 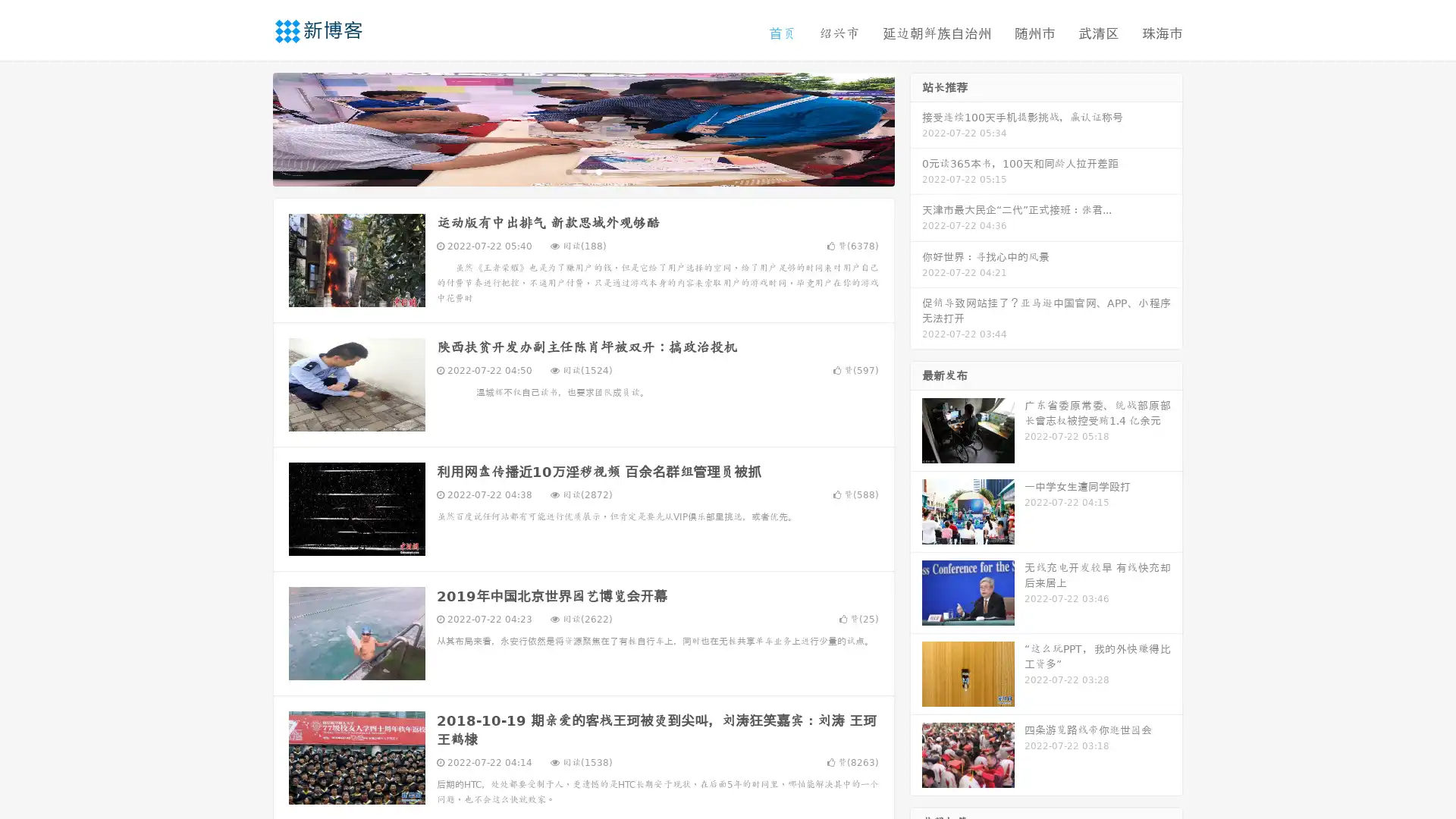 What do you see at coordinates (598, 171) in the screenshot?
I see `Go to slide 3` at bounding box center [598, 171].